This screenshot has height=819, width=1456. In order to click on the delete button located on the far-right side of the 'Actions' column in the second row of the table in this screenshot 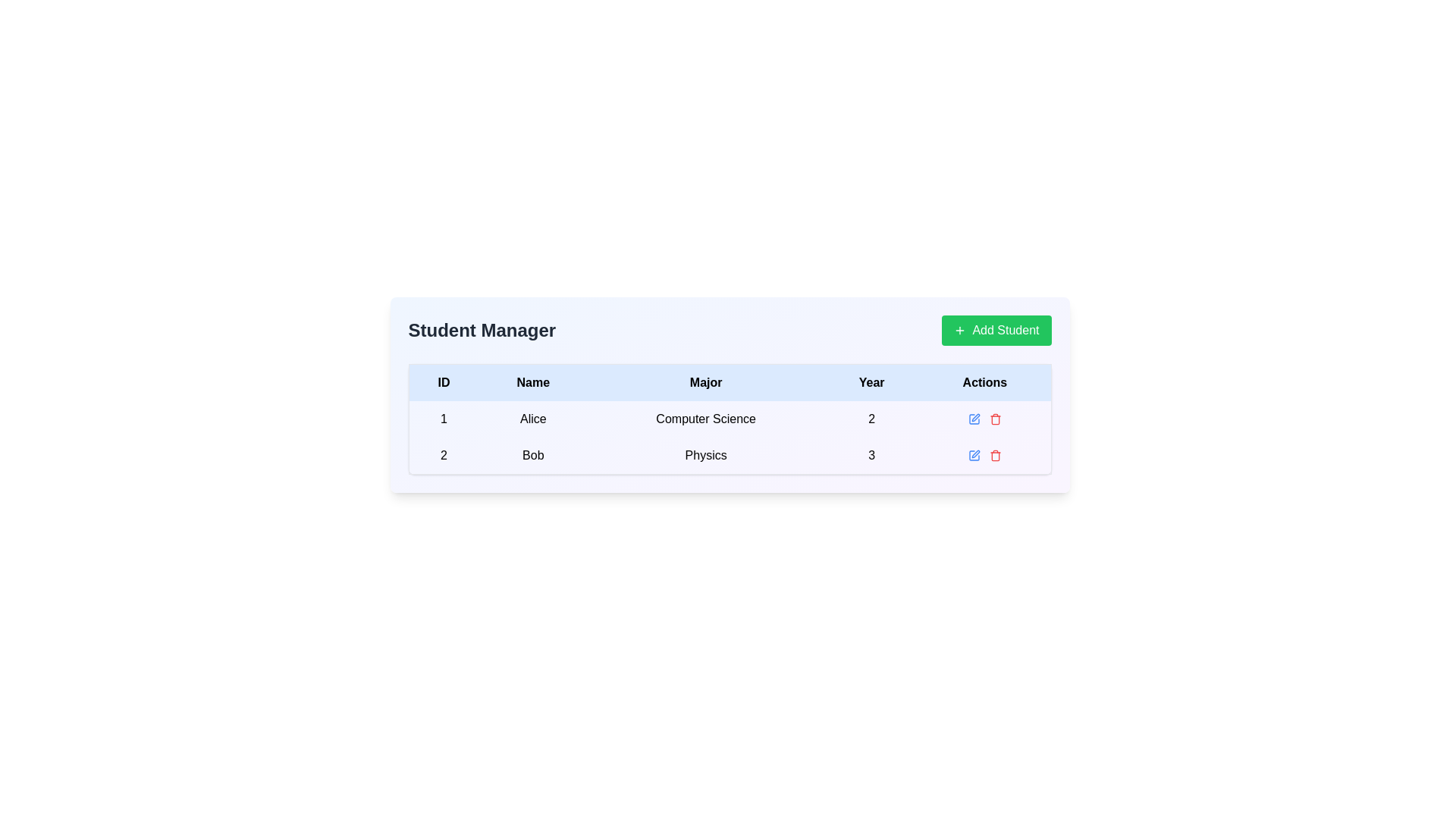, I will do `click(995, 419)`.